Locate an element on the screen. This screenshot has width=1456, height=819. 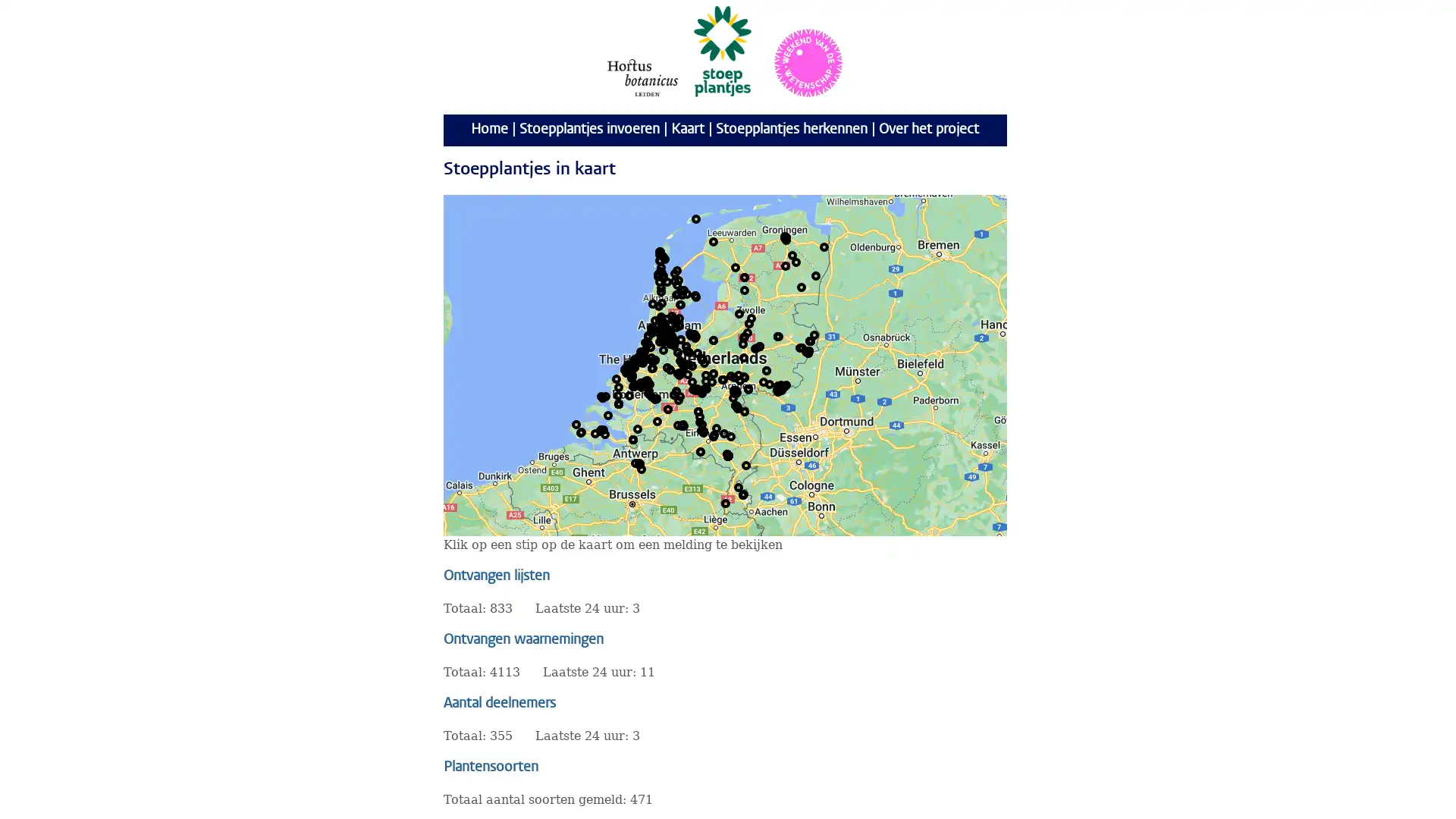
Telling van Herman op 18 januari 2022 is located at coordinates (745, 411).